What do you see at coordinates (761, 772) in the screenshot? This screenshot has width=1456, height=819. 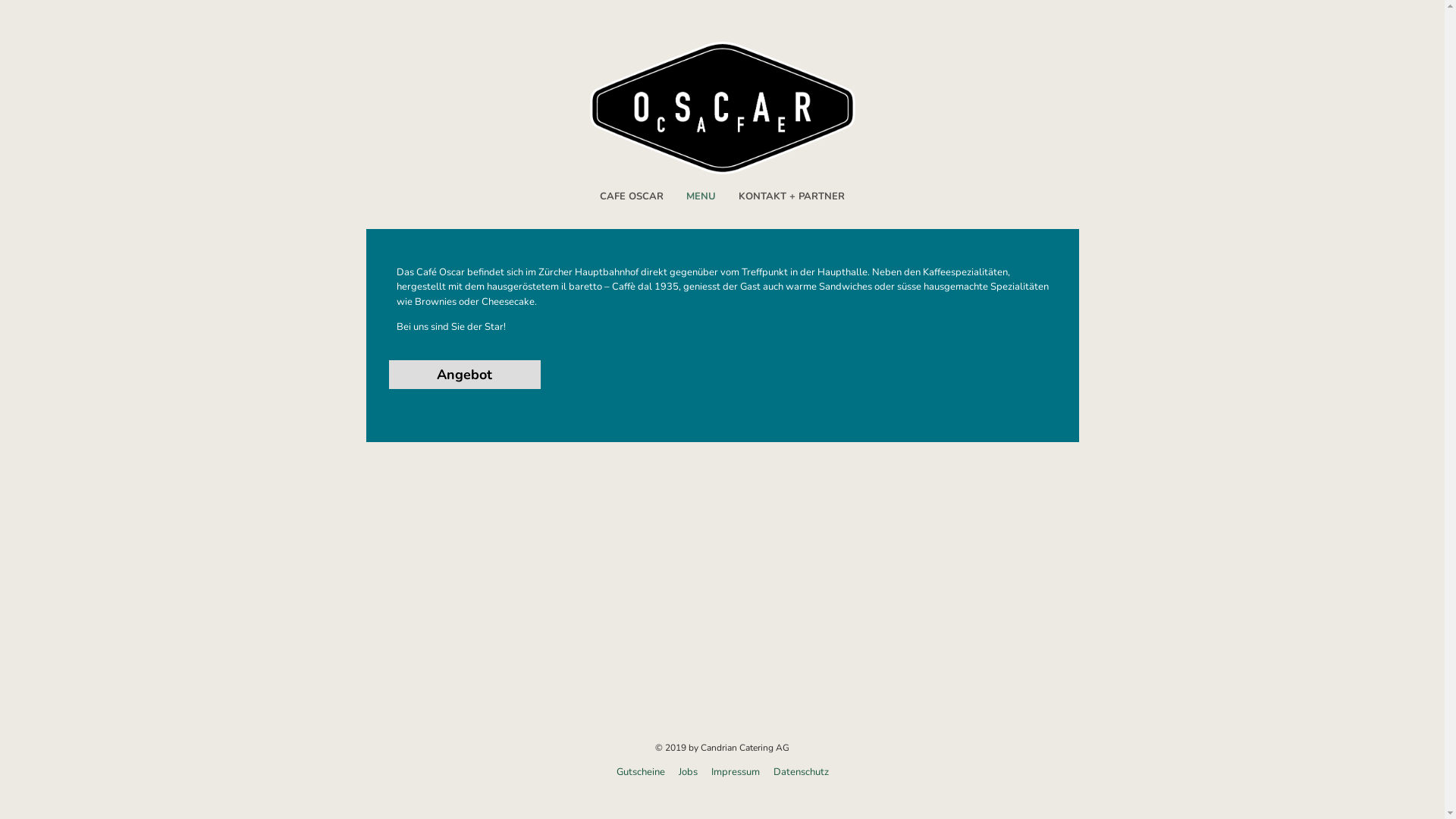 I see `'Datenschutz'` at bounding box center [761, 772].